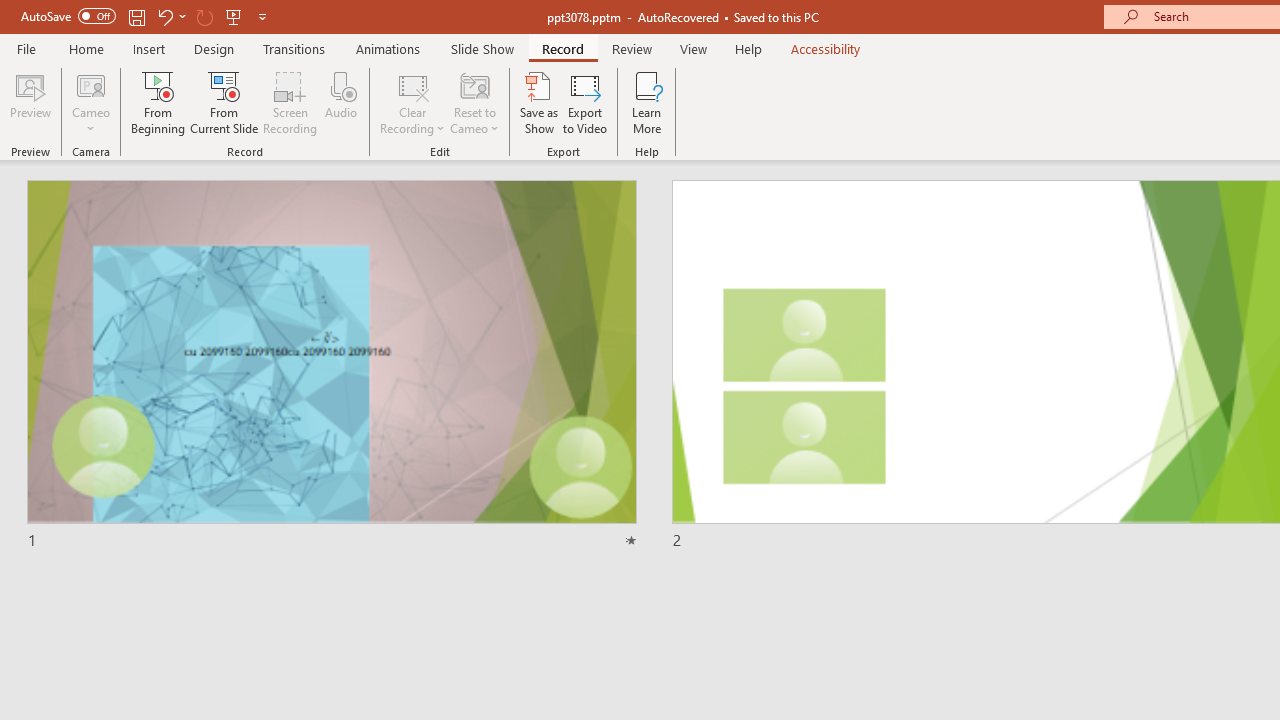  I want to click on 'Reset to Cameo', so click(473, 103).